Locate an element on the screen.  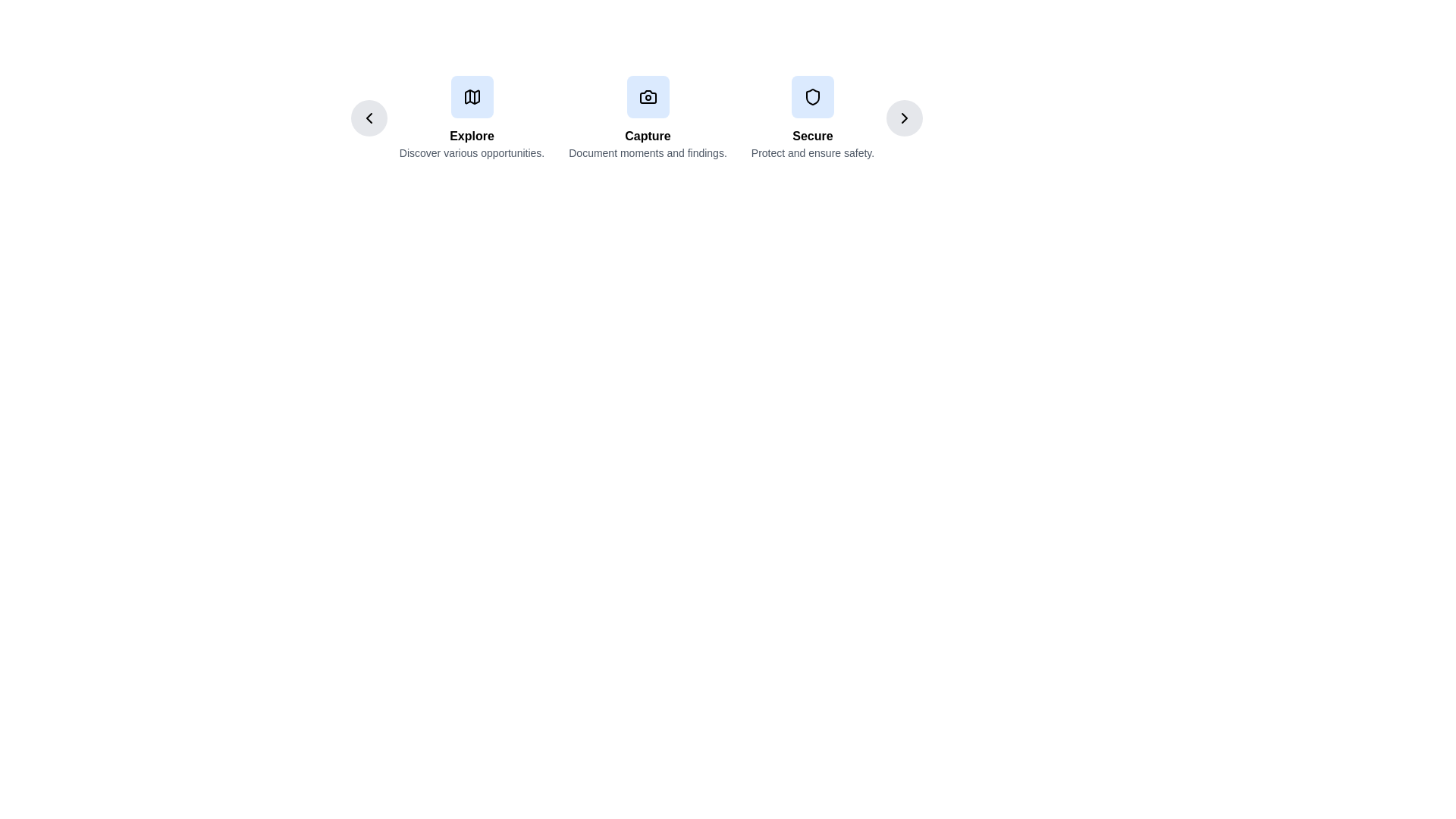
descriptive text labeled 'Document moments and findings.' which is positioned directly below the title 'Capture' in the central column of the interface is located at coordinates (648, 152).